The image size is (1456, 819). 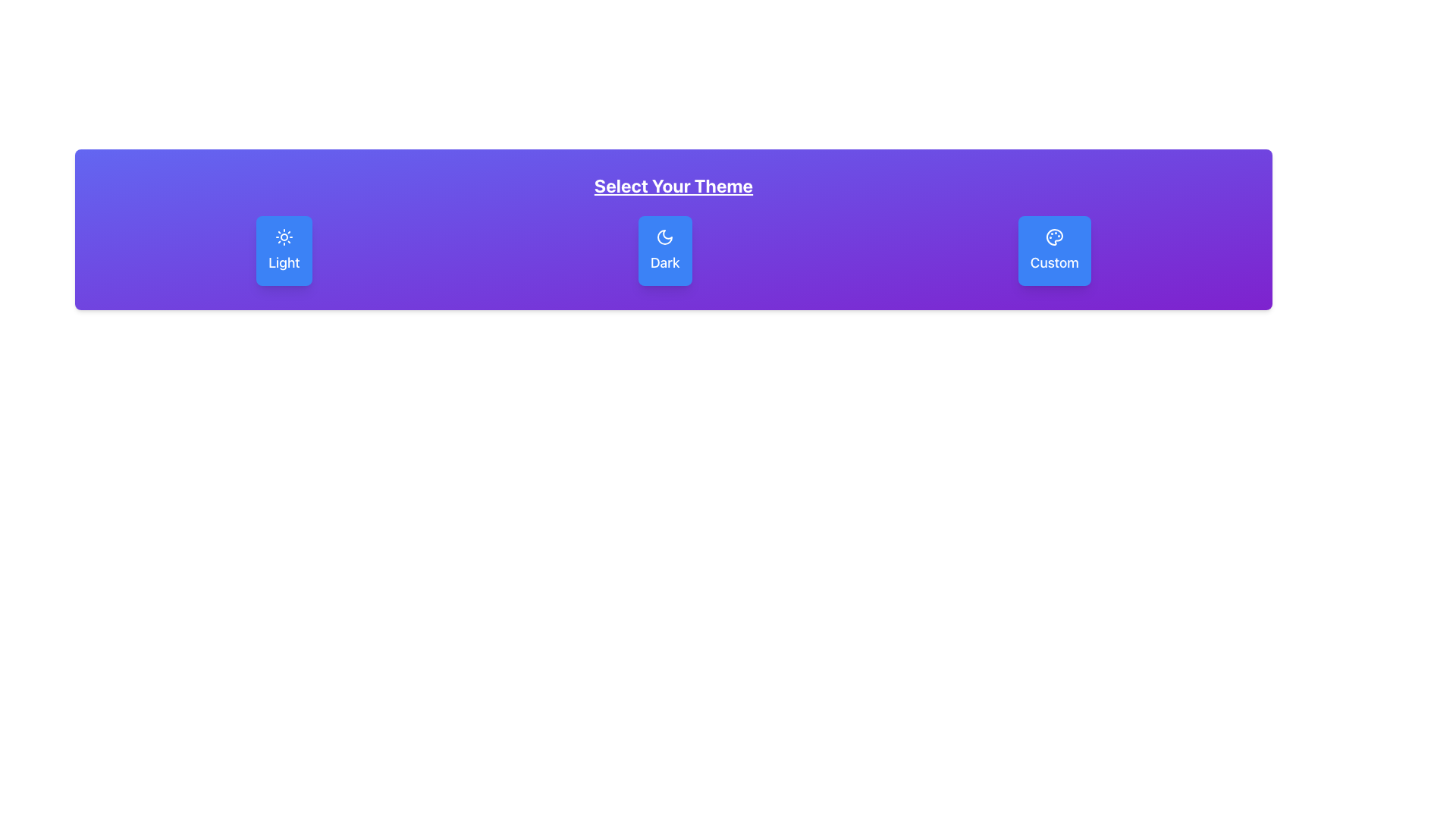 What do you see at coordinates (284, 262) in the screenshot?
I see `Label element displaying the text 'Light', which is styled in a large font size and medium weight, located centrally within the blue rounded card on the left-hand side of the themed selection bar, positioned below the sun icon` at bounding box center [284, 262].